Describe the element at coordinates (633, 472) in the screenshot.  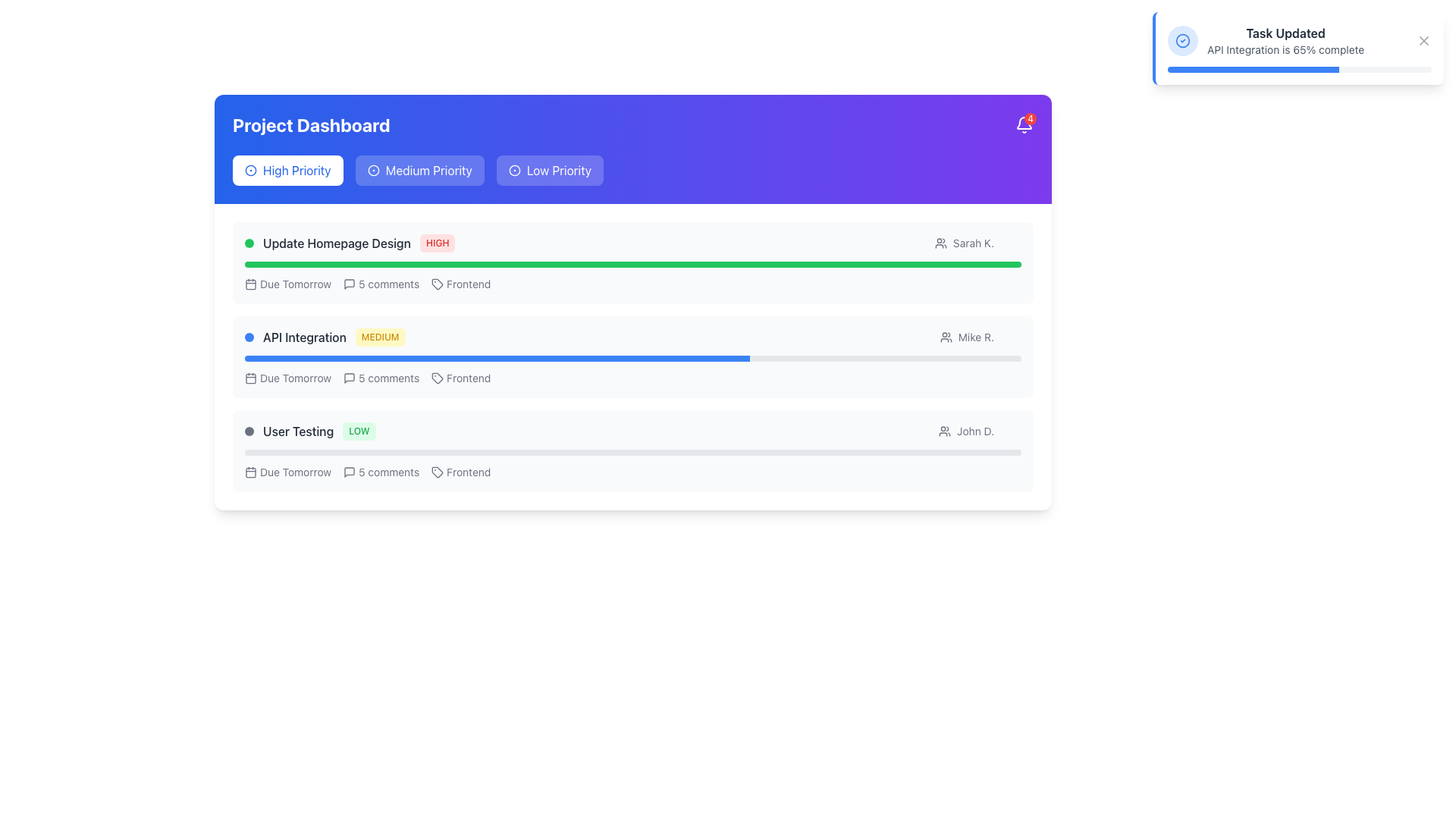
I see `the composite text label with iconography displaying 'Due Tomorrow5 commentsFrontend' in the 'User Testing' task entry of the project dashboard` at that location.